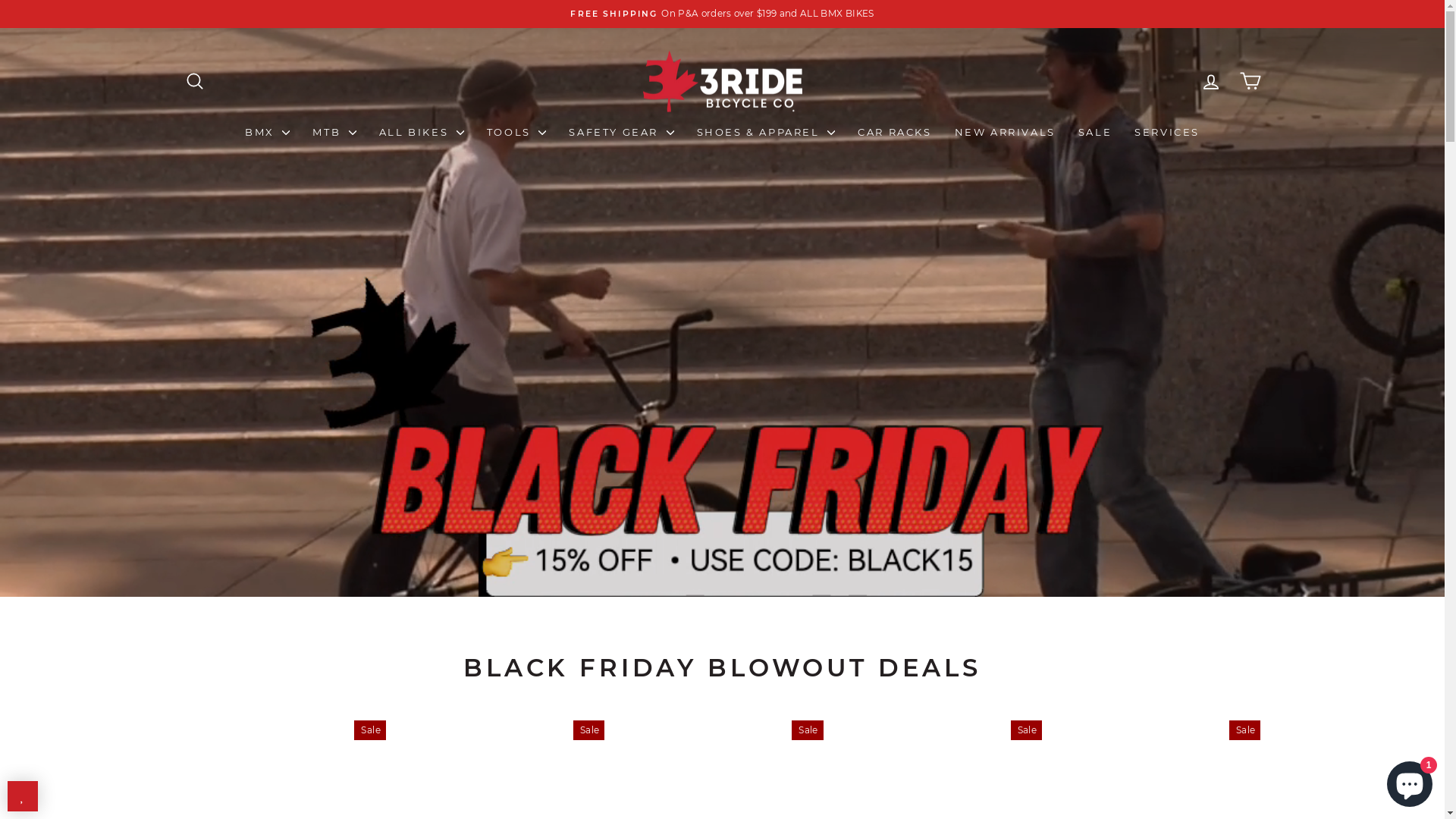  I want to click on 'SERVICES', so click(1166, 130).